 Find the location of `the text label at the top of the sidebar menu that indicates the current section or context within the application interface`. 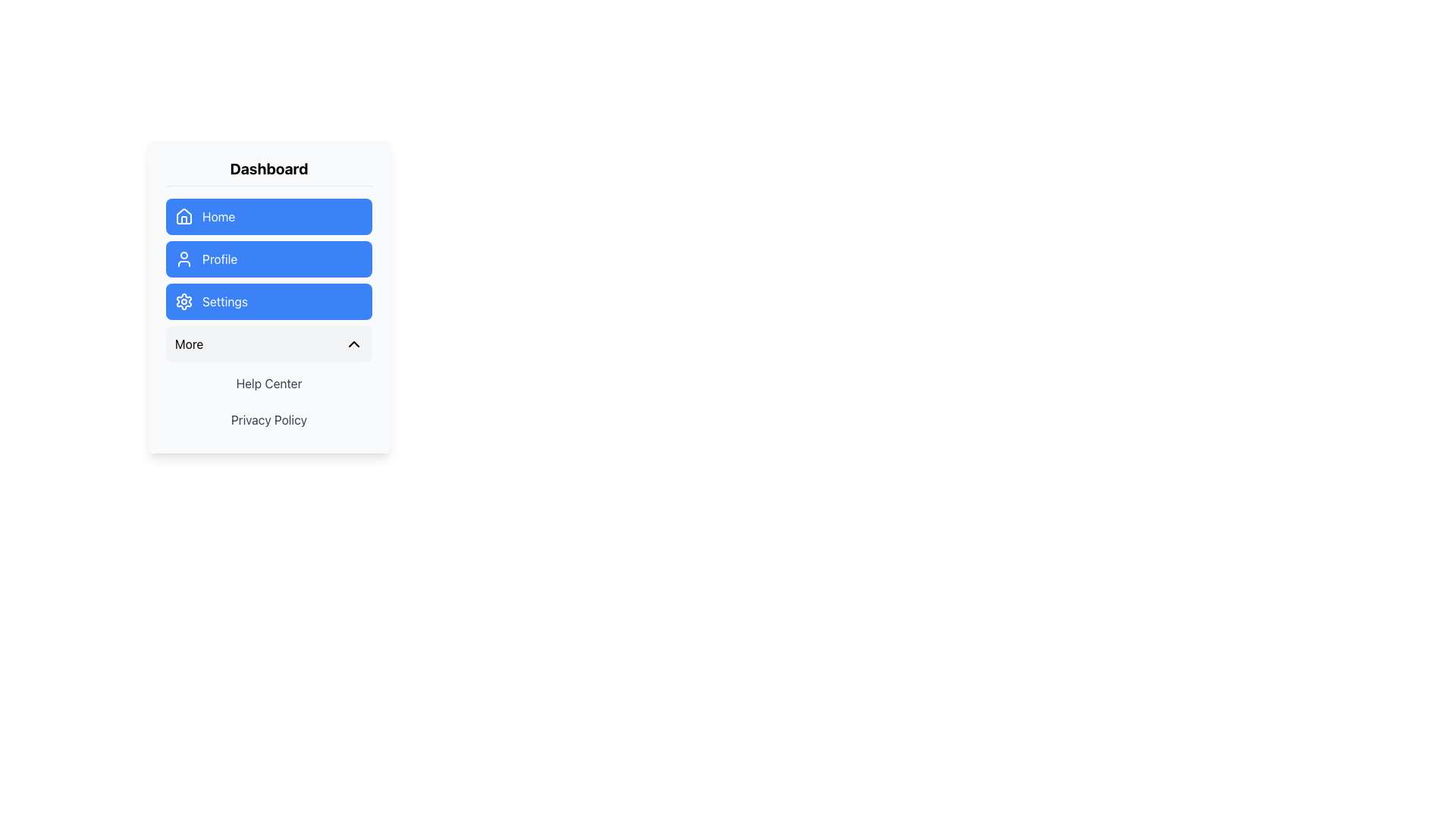

the text label at the top of the sidebar menu that indicates the current section or context within the application interface is located at coordinates (269, 169).